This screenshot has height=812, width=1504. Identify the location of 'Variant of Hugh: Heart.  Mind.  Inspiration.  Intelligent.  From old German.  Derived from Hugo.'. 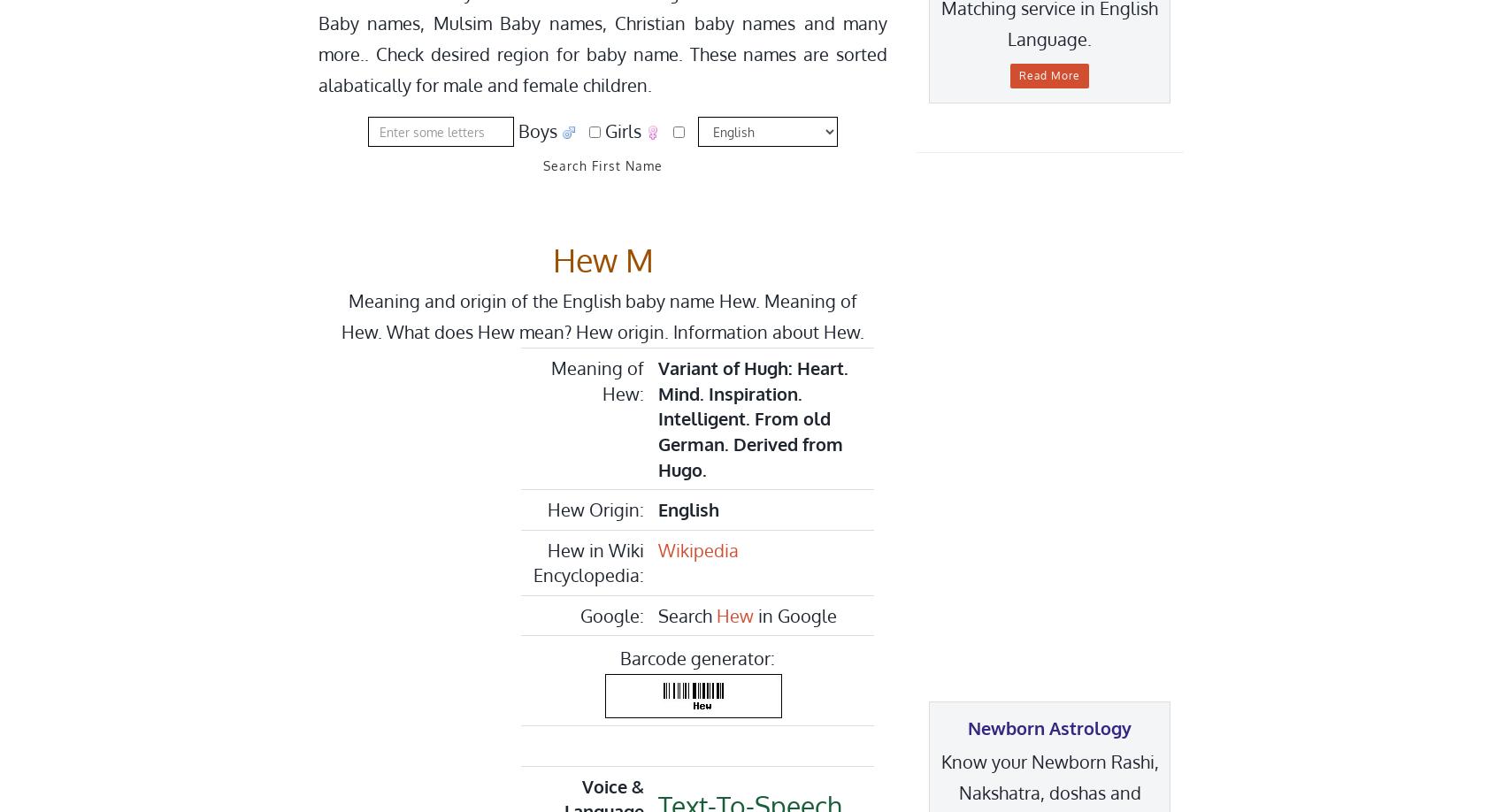
(752, 418).